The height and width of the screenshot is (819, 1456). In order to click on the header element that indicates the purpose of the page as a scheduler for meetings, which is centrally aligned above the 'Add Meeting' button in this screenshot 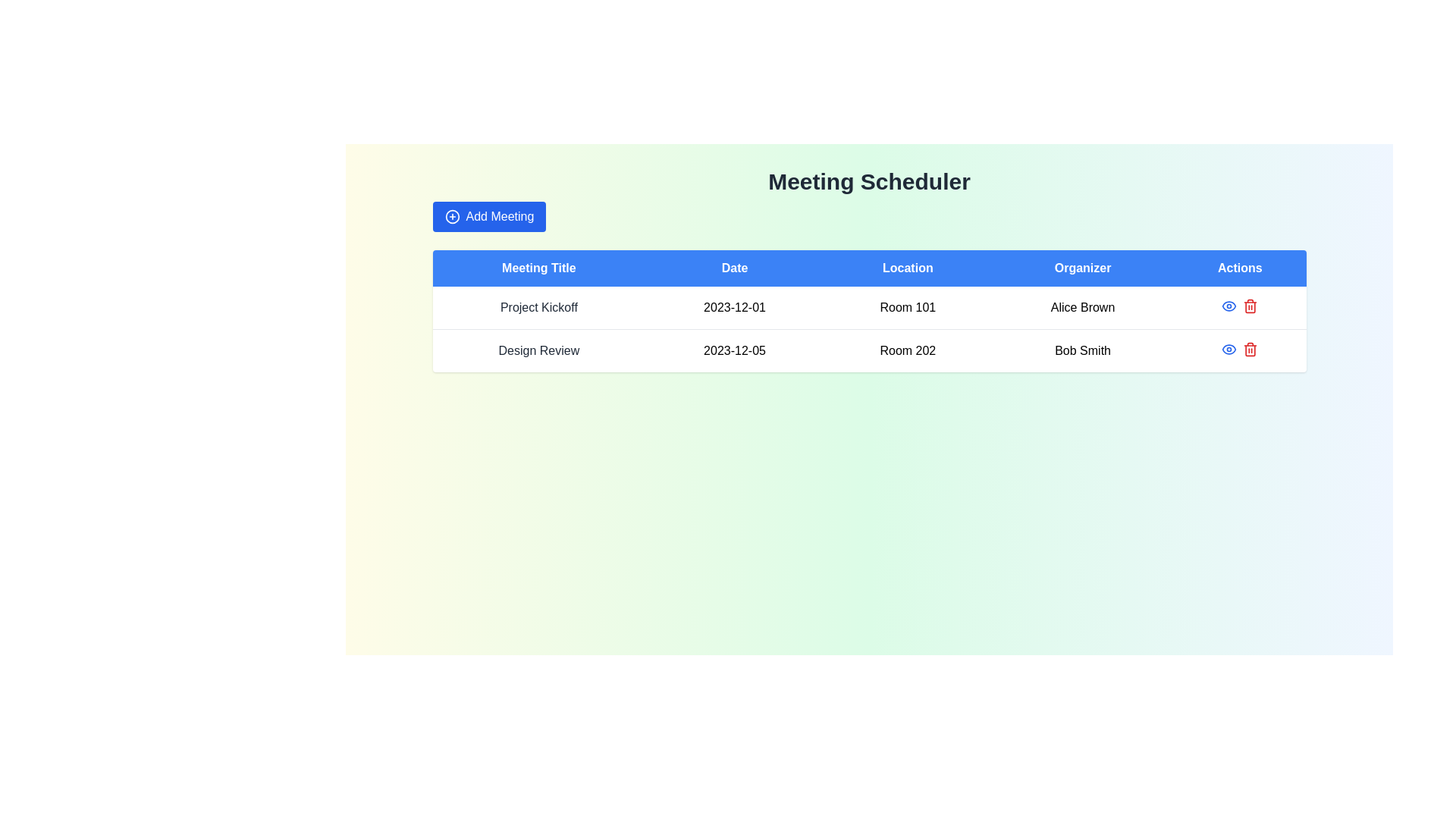, I will do `click(869, 180)`.